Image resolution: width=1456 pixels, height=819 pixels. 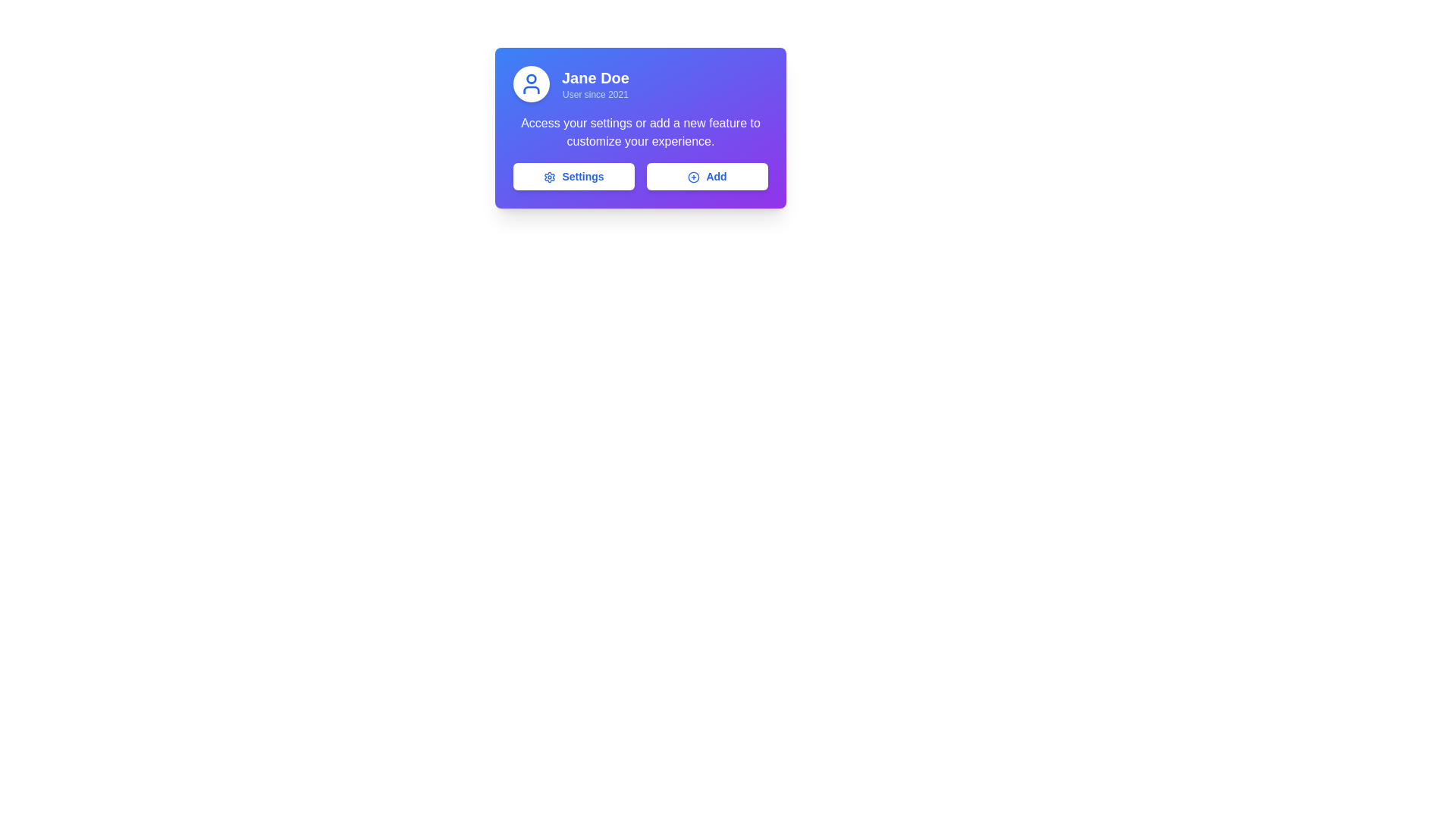 What do you see at coordinates (531, 84) in the screenshot?
I see `the blue user silhouette SVG icon located at the top-left corner of the card to initiate a related action` at bounding box center [531, 84].